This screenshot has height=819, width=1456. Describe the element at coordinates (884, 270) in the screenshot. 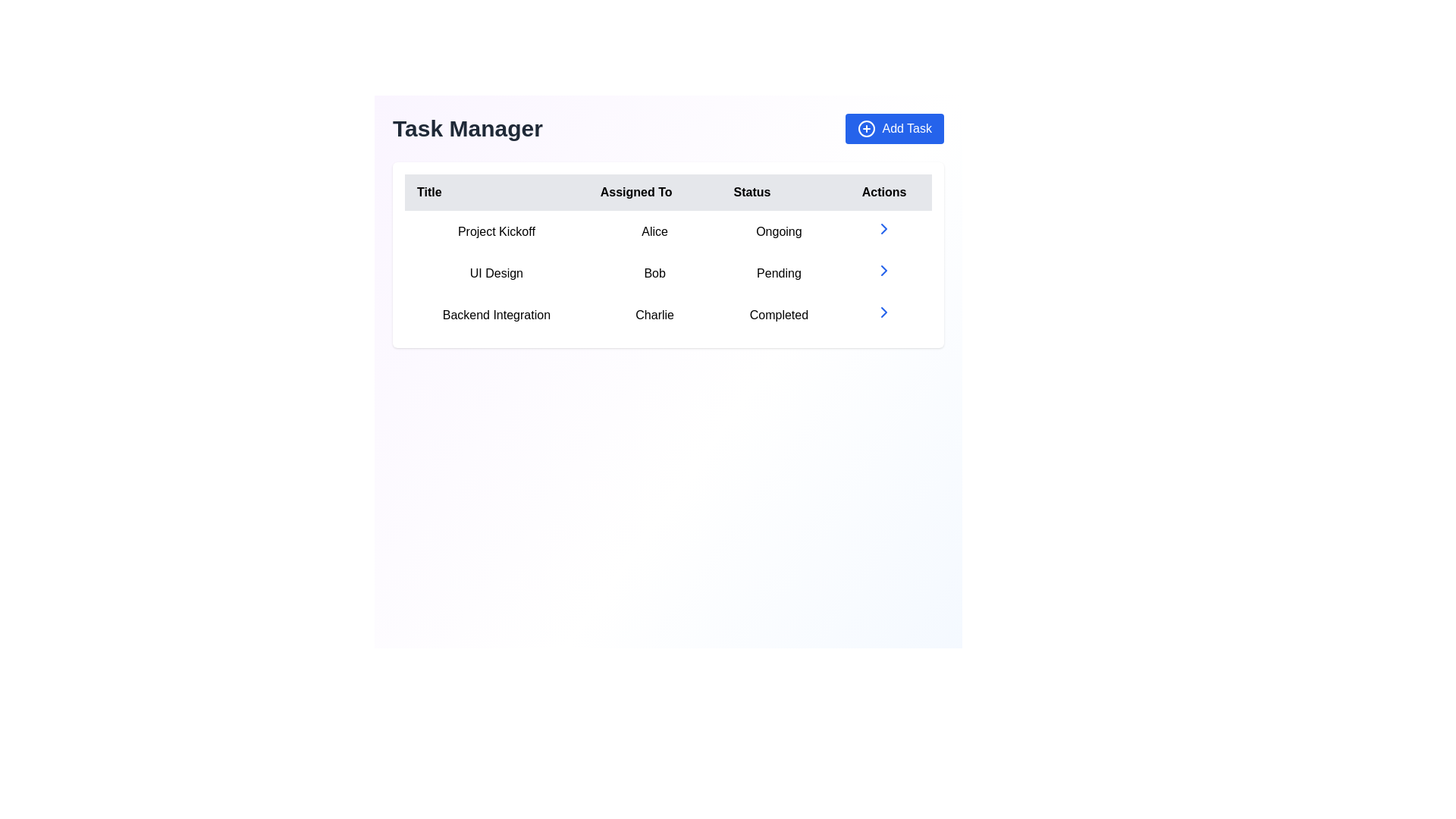

I see `the chevron icon located in the 'Actions' column of the second row in the table` at that location.